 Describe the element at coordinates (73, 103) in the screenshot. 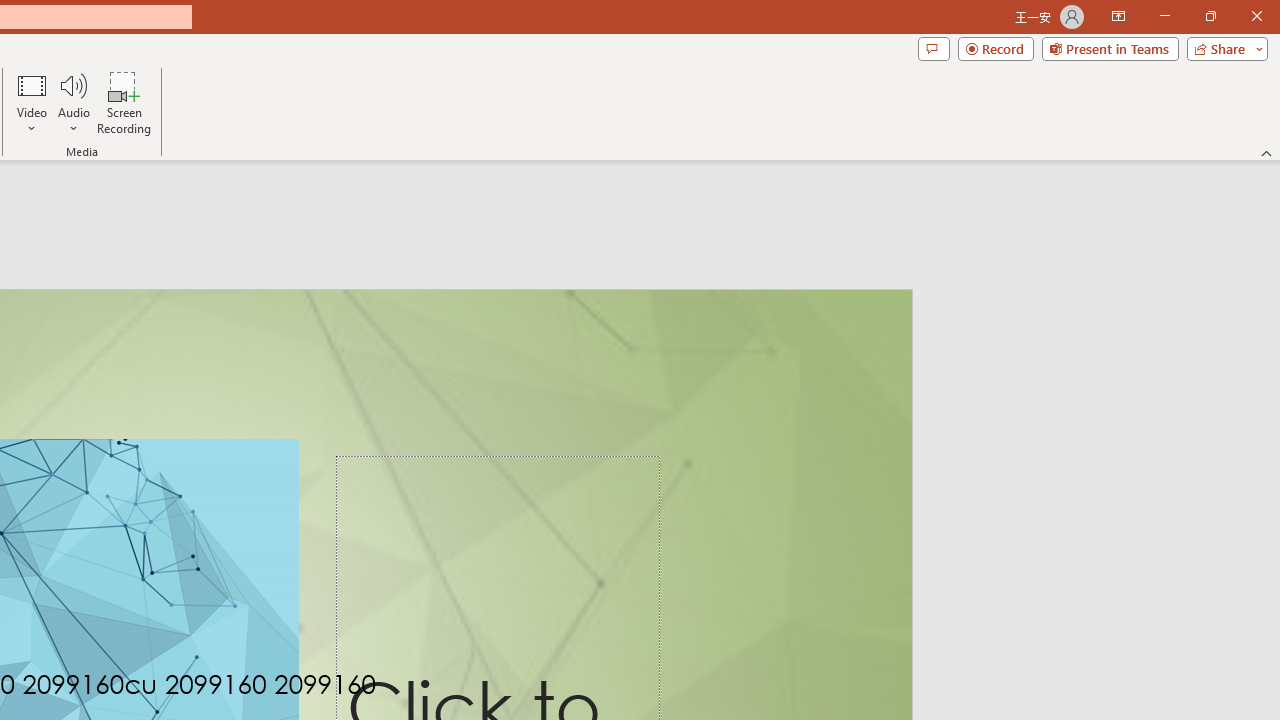

I see `'Audio'` at that location.